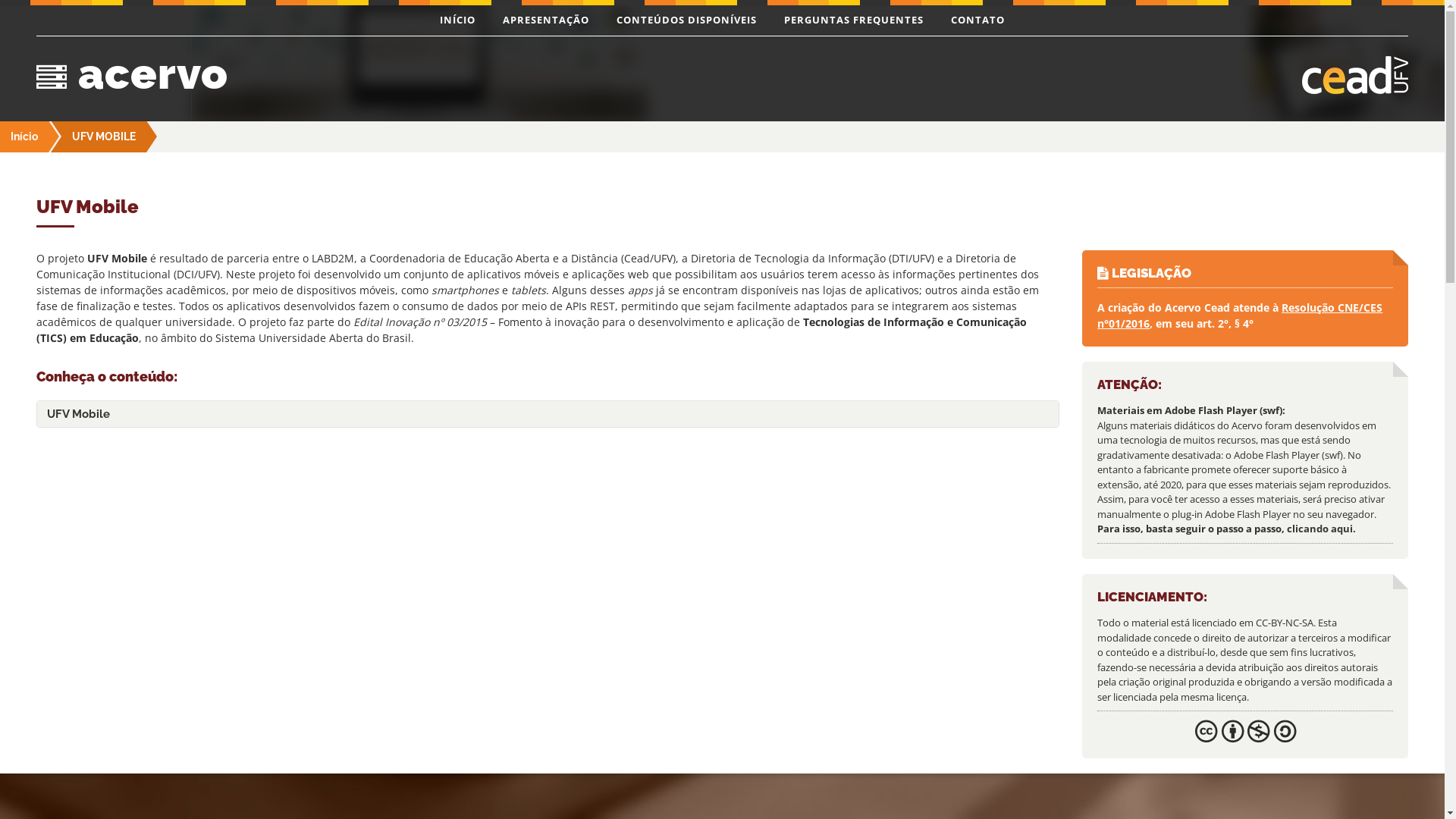 This screenshot has height=819, width=1456. Describe the element at coordinates (977, 20) in the screenshot. I see `'CONTATO'` at that location.